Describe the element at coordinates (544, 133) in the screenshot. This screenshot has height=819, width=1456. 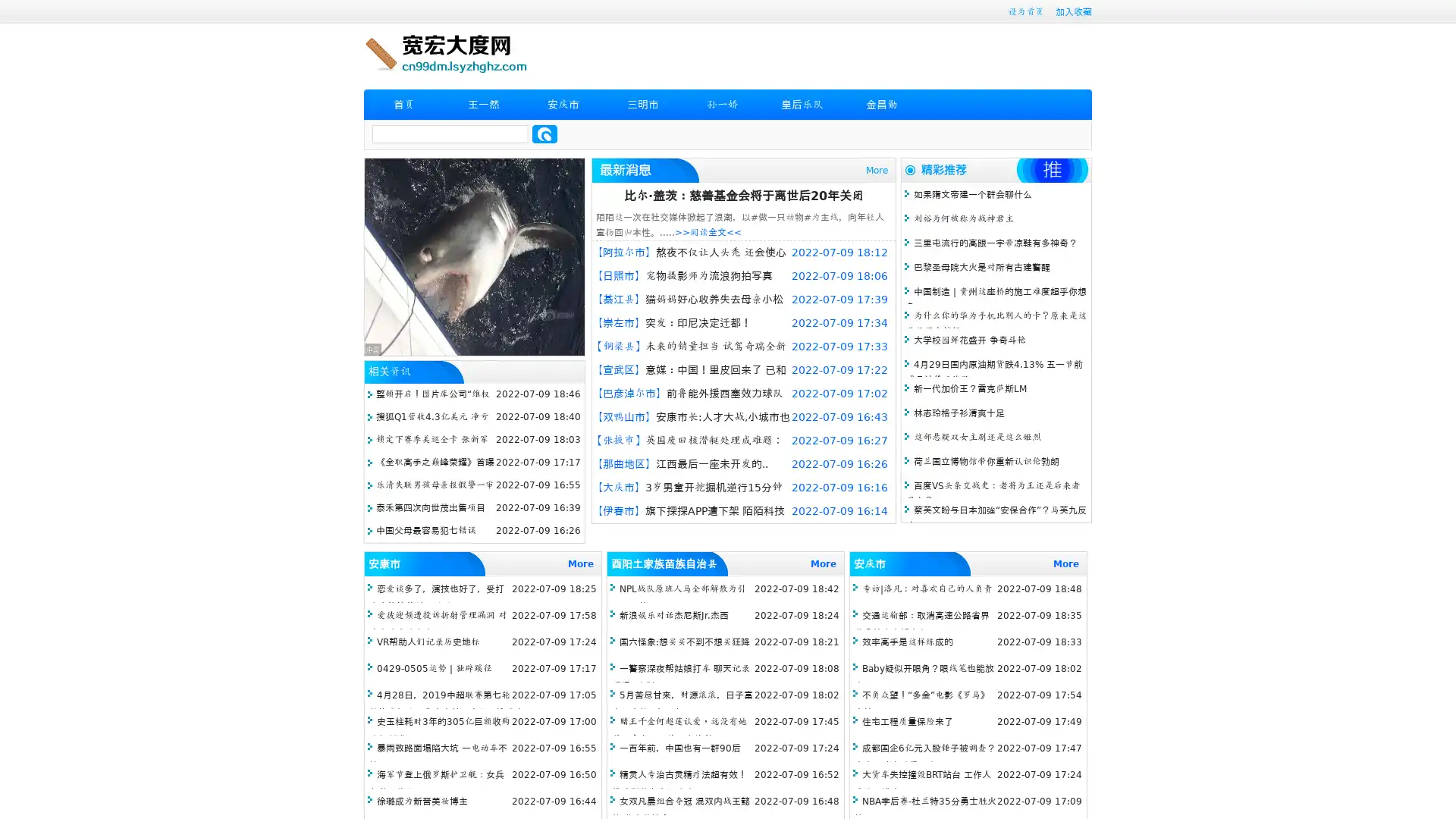
I see `Search` at that location.